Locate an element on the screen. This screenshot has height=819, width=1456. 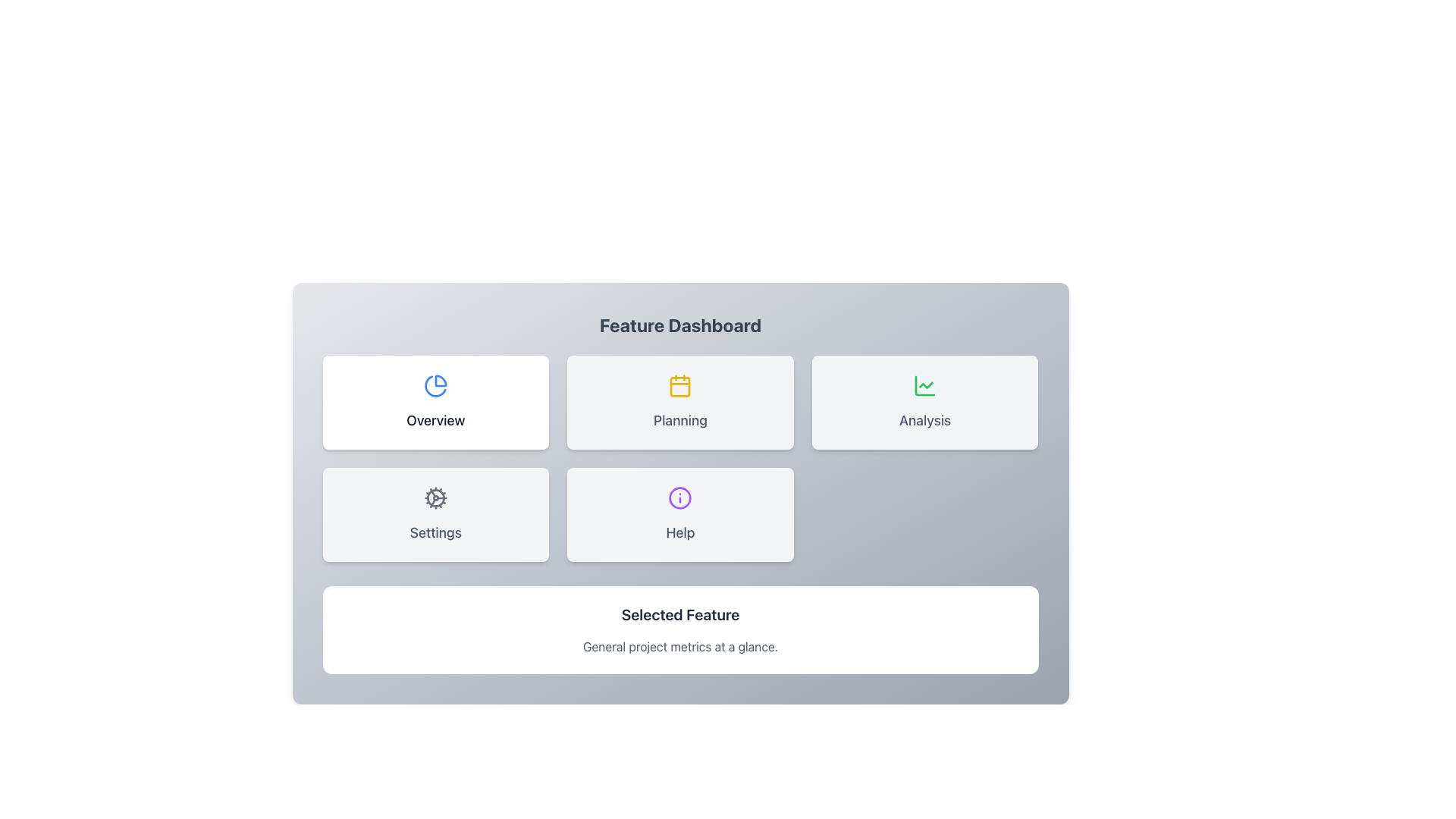
the 'Help' text label, which is styled with a medium font weight and larger size, located below a purple circular icon in a rectangular button at the bottom center of the grid layout is located at coordinates (679, 532).